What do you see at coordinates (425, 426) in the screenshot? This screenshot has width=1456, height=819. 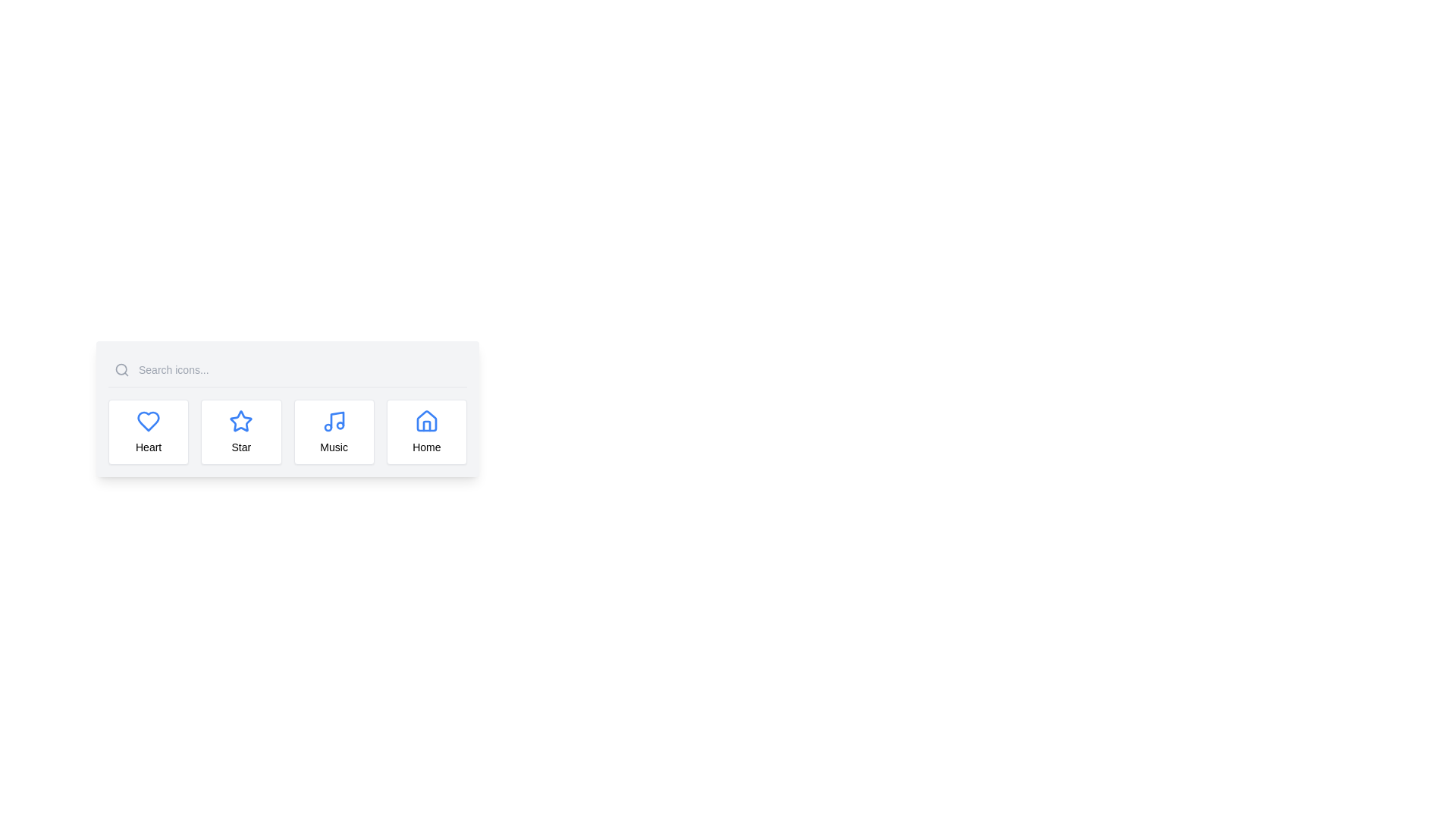 I see `the door-like vector graphic element of the house icon located in the bottom menu row, which is the fourth icon following the Heart, Star, and Music icons` at bounding box center [425, 426].